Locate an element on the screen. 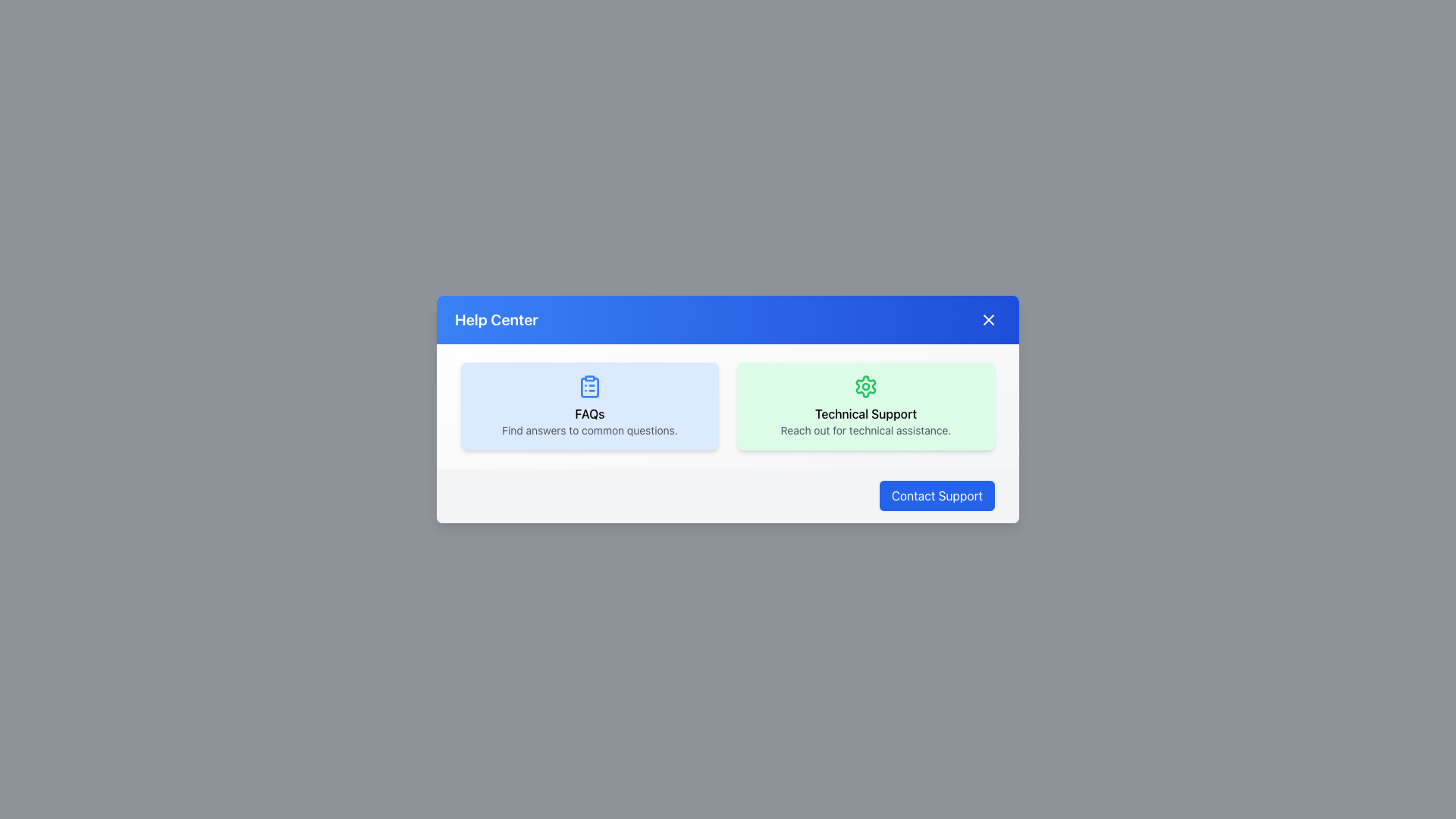 The width and height of the screenshot is (1456, 819). the 'Contact Support' button located at the bottom right corner of the dialog box is located at coordinates (936, 496).